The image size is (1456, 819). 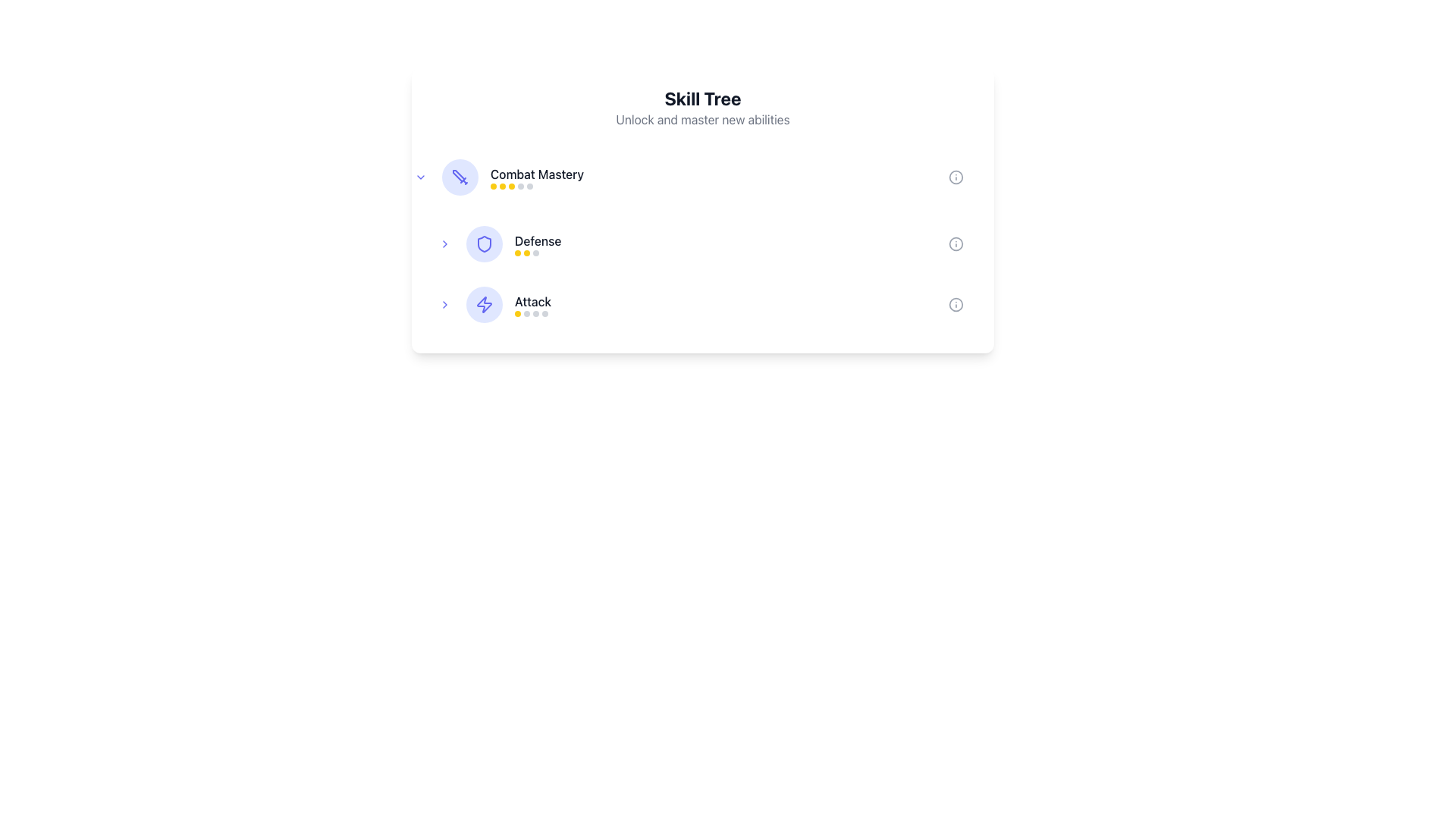 I want to click on the 'Defense' skill category item in the skill tree interface, so click(x=701, y=243).